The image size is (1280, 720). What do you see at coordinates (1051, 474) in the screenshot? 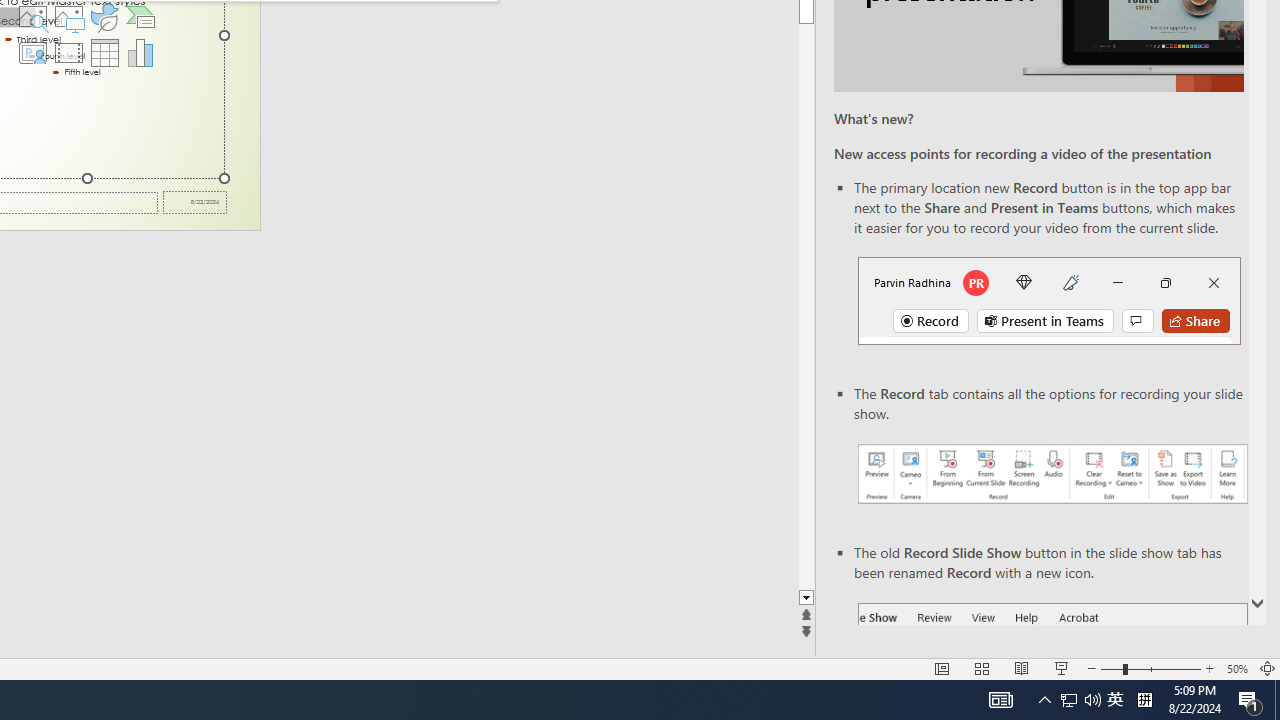
I see `'Record your presentations screenshot one'` at bounding box center [1051, 474].